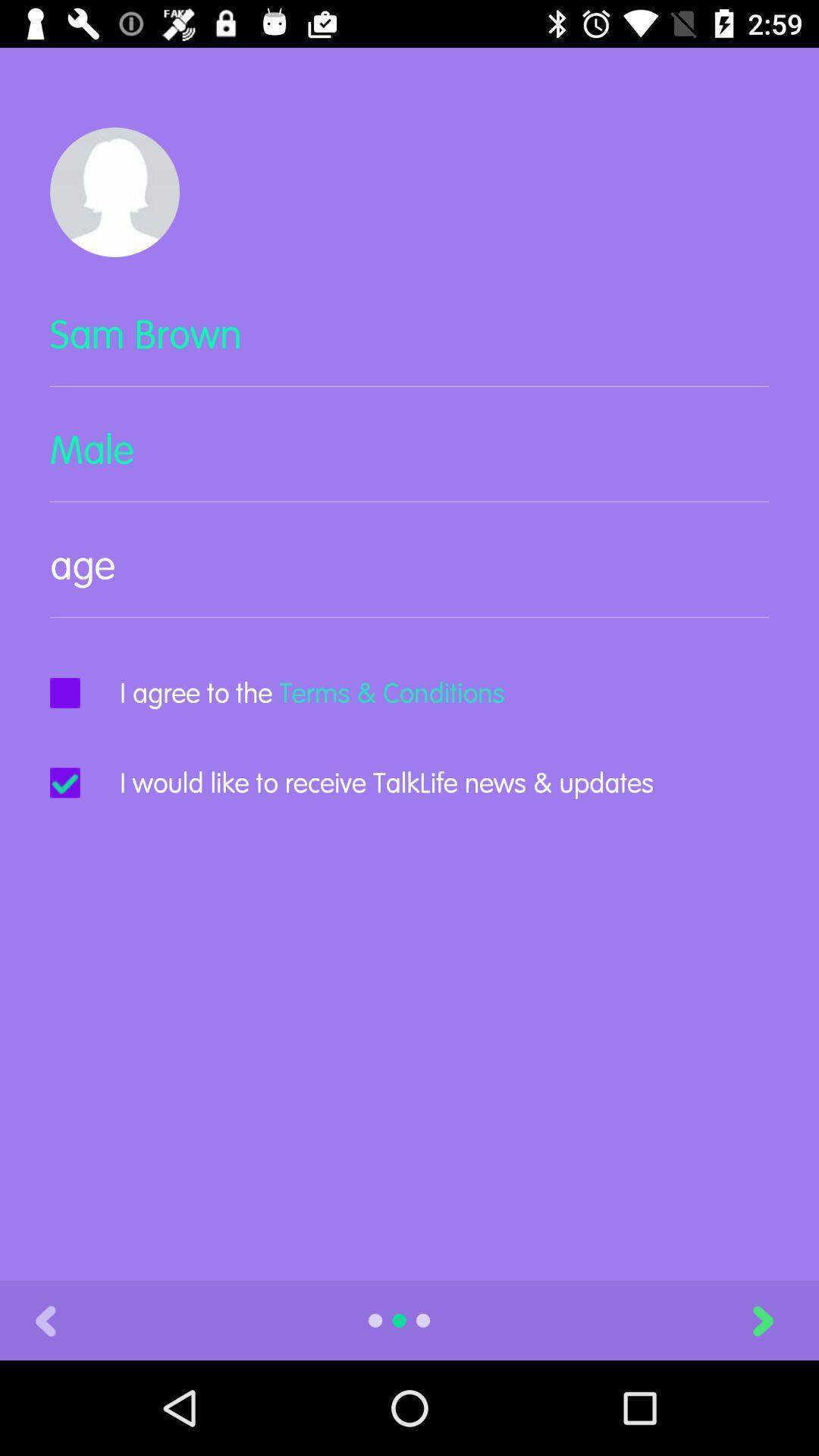  What do you see at coordinates (409, 346) in the screenshot?
I see `sam brown item` at bounding box center [409, 346].